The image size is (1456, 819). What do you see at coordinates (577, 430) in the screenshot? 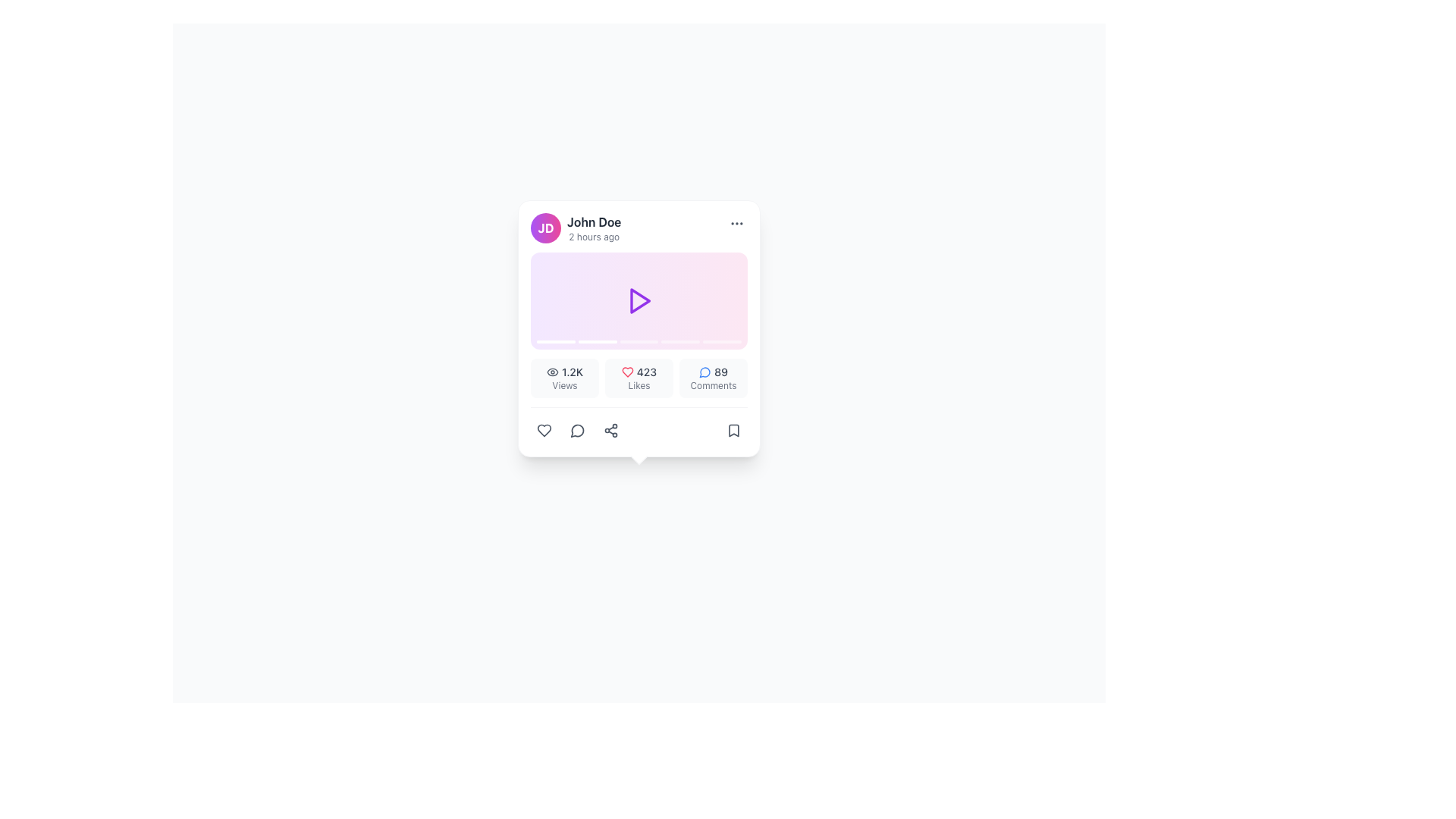
I see `the circular chat or message icon button, which is gray with a thick stroke outline, located at the bottom of the card` at bounding box center [577, 430].